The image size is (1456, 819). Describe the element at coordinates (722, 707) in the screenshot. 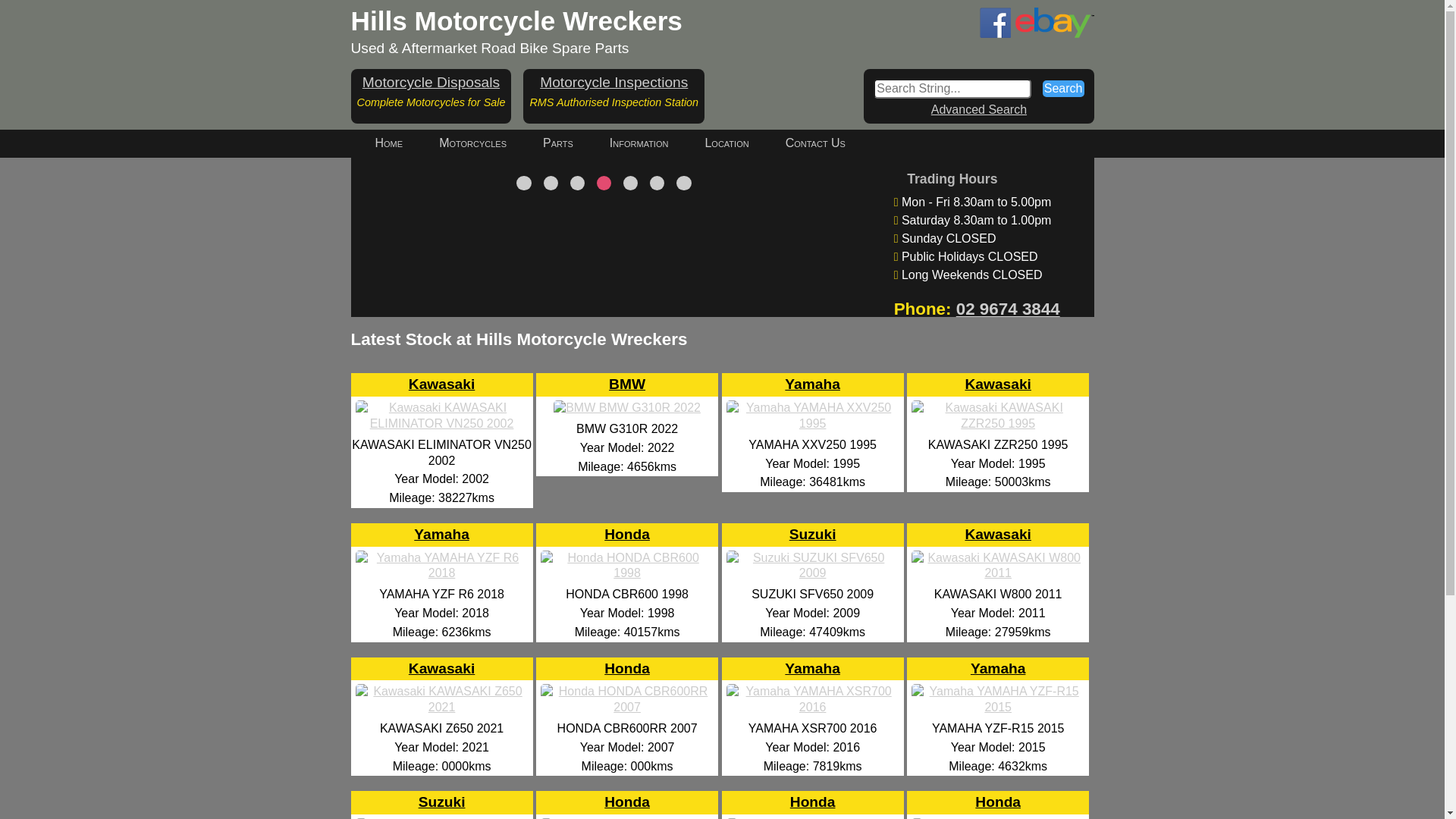

I see `'Yamaha YAMAHA XSR700  2016'` at that location.